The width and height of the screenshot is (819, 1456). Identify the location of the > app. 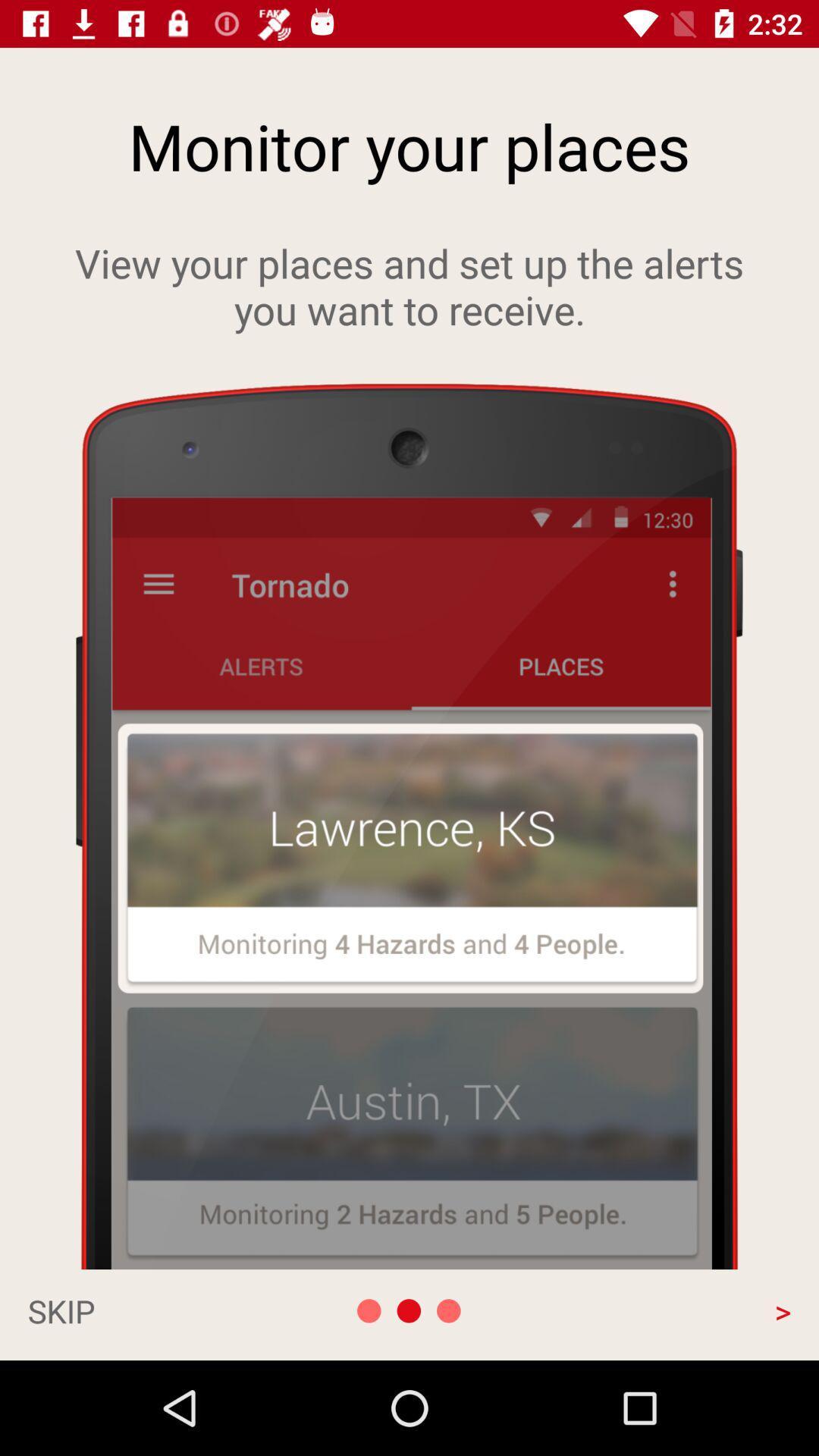
(676, 1310).